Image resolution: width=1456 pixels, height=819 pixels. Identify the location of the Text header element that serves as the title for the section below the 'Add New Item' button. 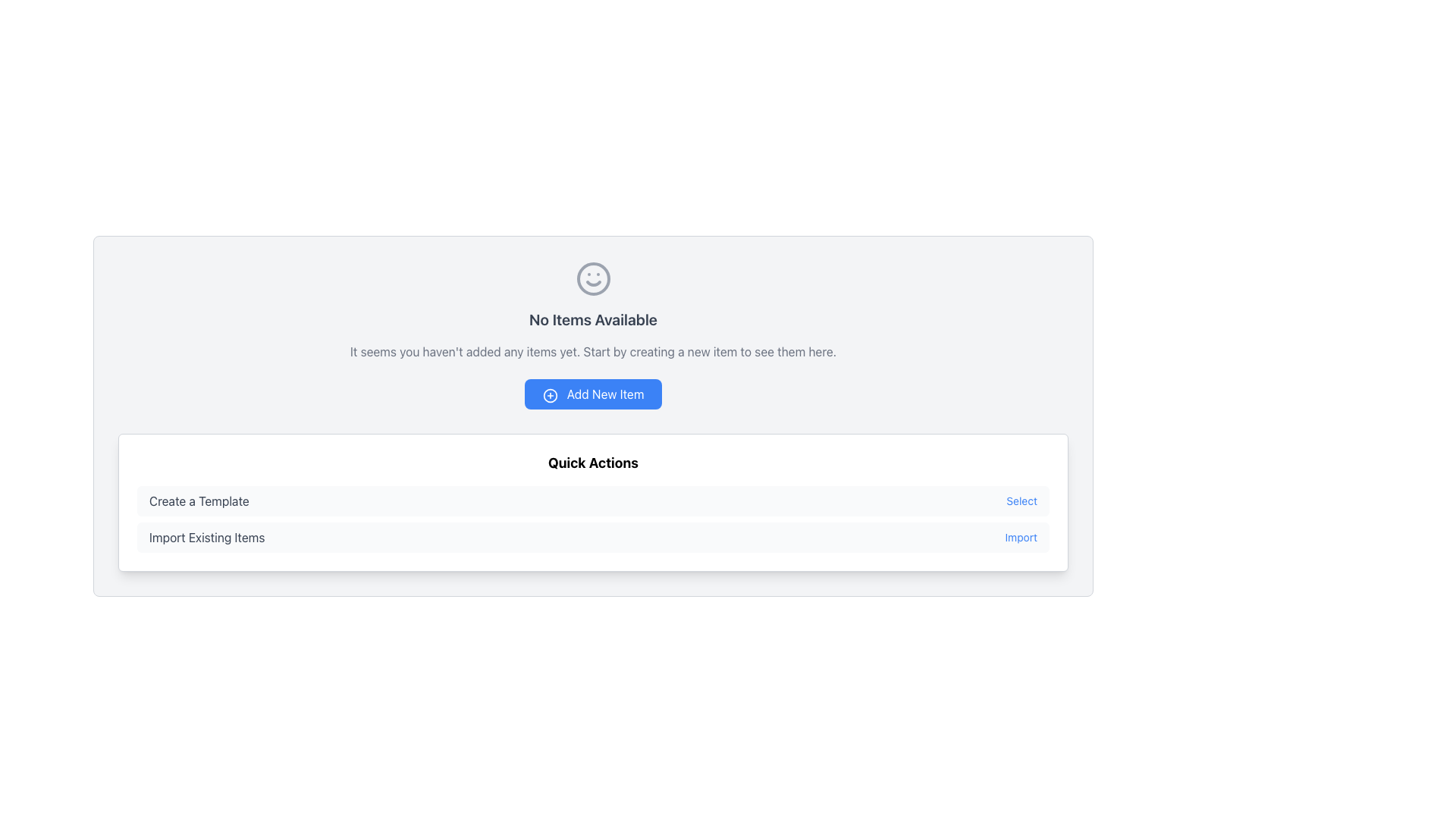
(592, 462).